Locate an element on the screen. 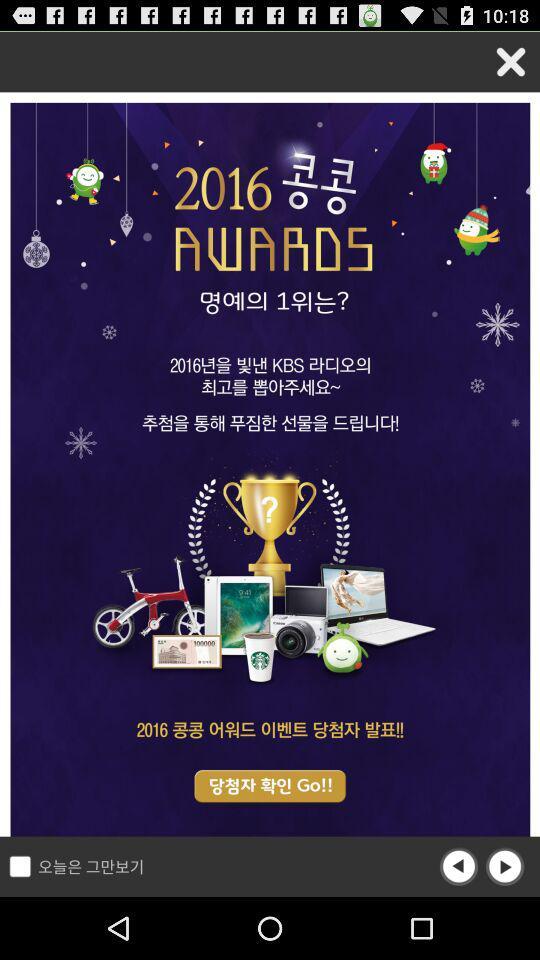 Image resolution: width=540 pixels, height=960 pixels. the arrow_backward icon is located at coordinates (459, 927).